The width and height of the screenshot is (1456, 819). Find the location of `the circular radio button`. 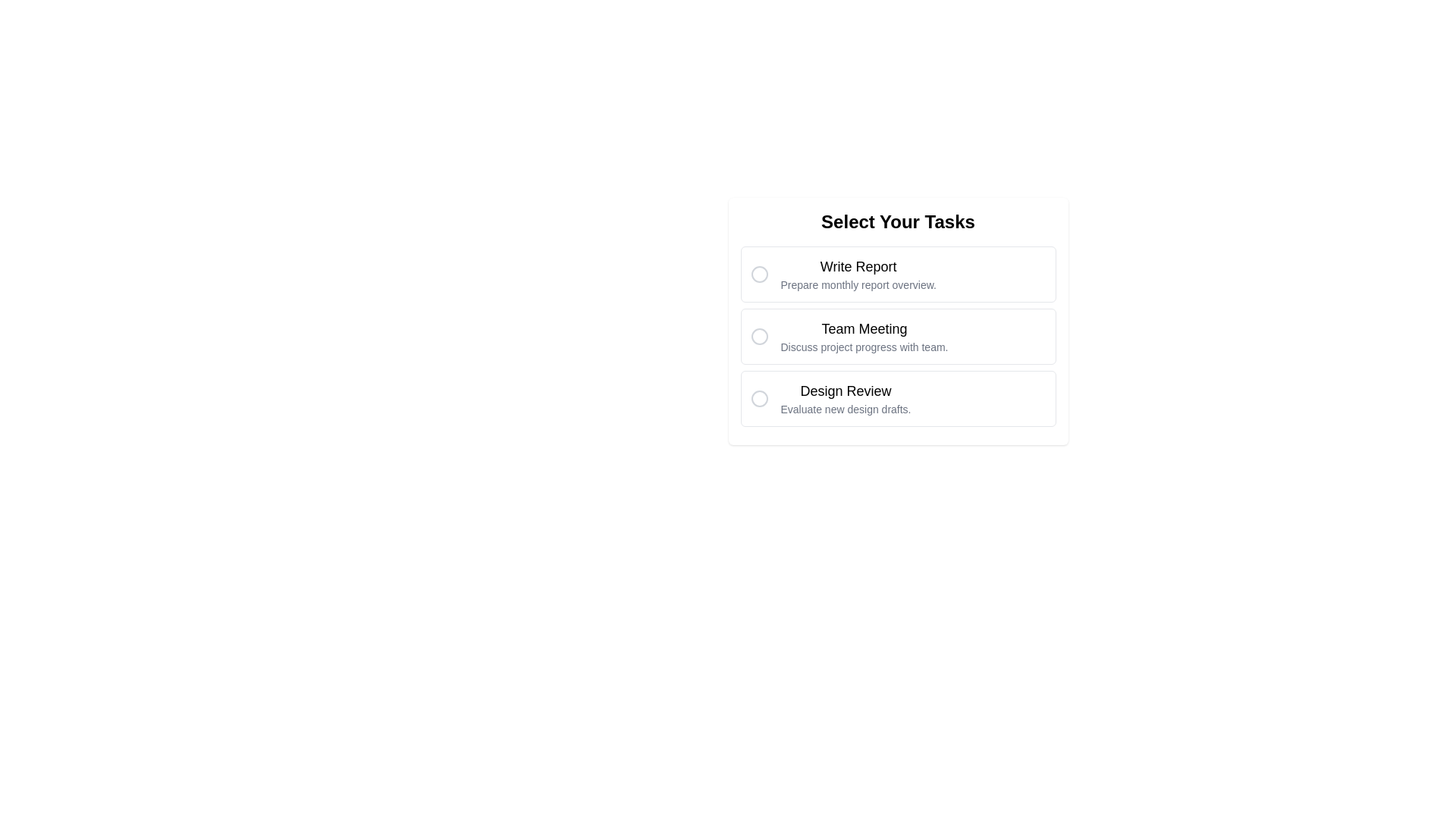

the circular radio button is located at coordinates (898, 335).